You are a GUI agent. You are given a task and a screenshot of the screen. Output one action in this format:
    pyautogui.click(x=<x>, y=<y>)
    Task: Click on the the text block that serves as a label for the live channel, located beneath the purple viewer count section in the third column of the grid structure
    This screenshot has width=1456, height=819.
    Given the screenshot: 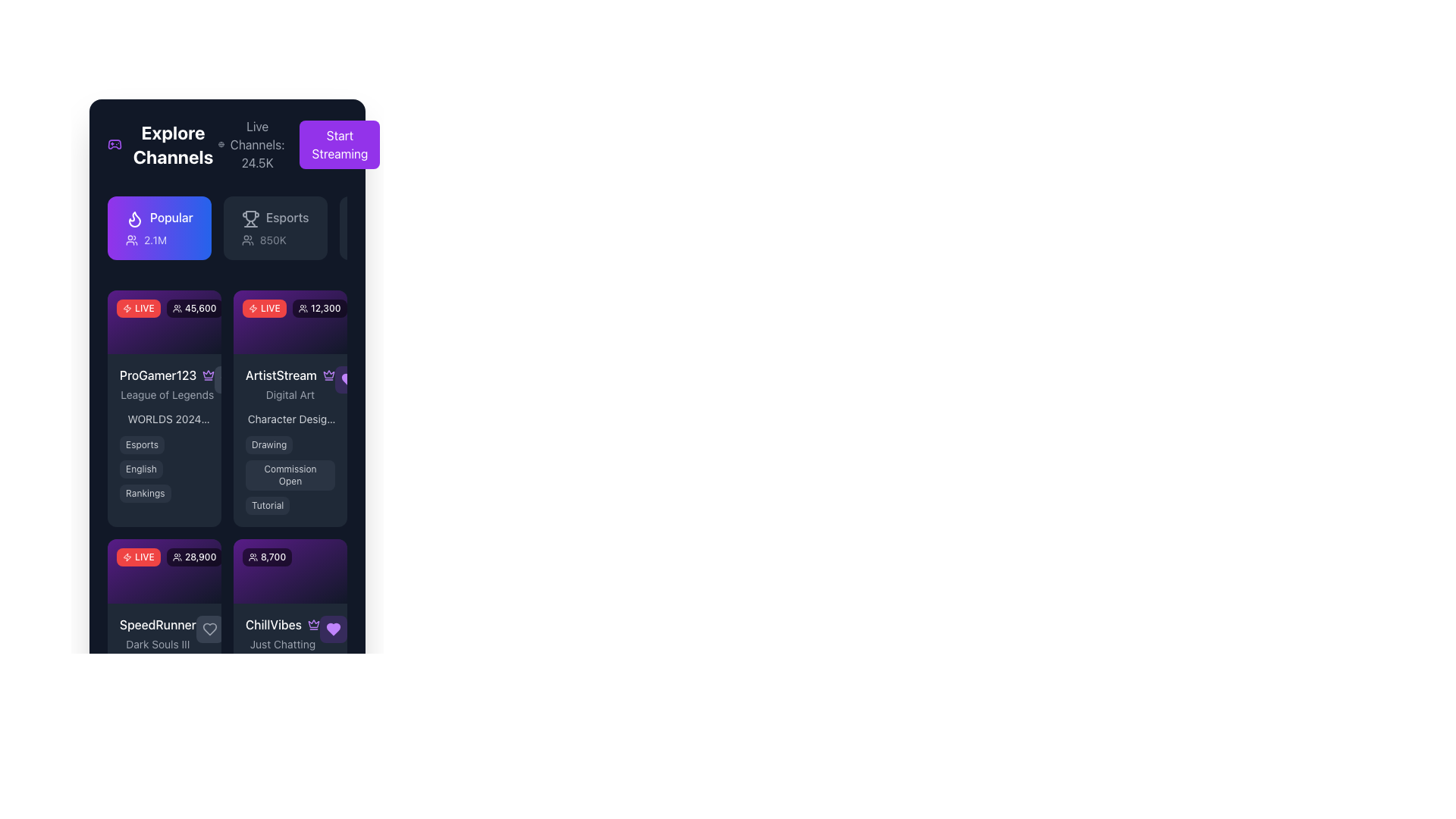 What is the action you would take?
    pyautogui.click(x=283, y=633)
    